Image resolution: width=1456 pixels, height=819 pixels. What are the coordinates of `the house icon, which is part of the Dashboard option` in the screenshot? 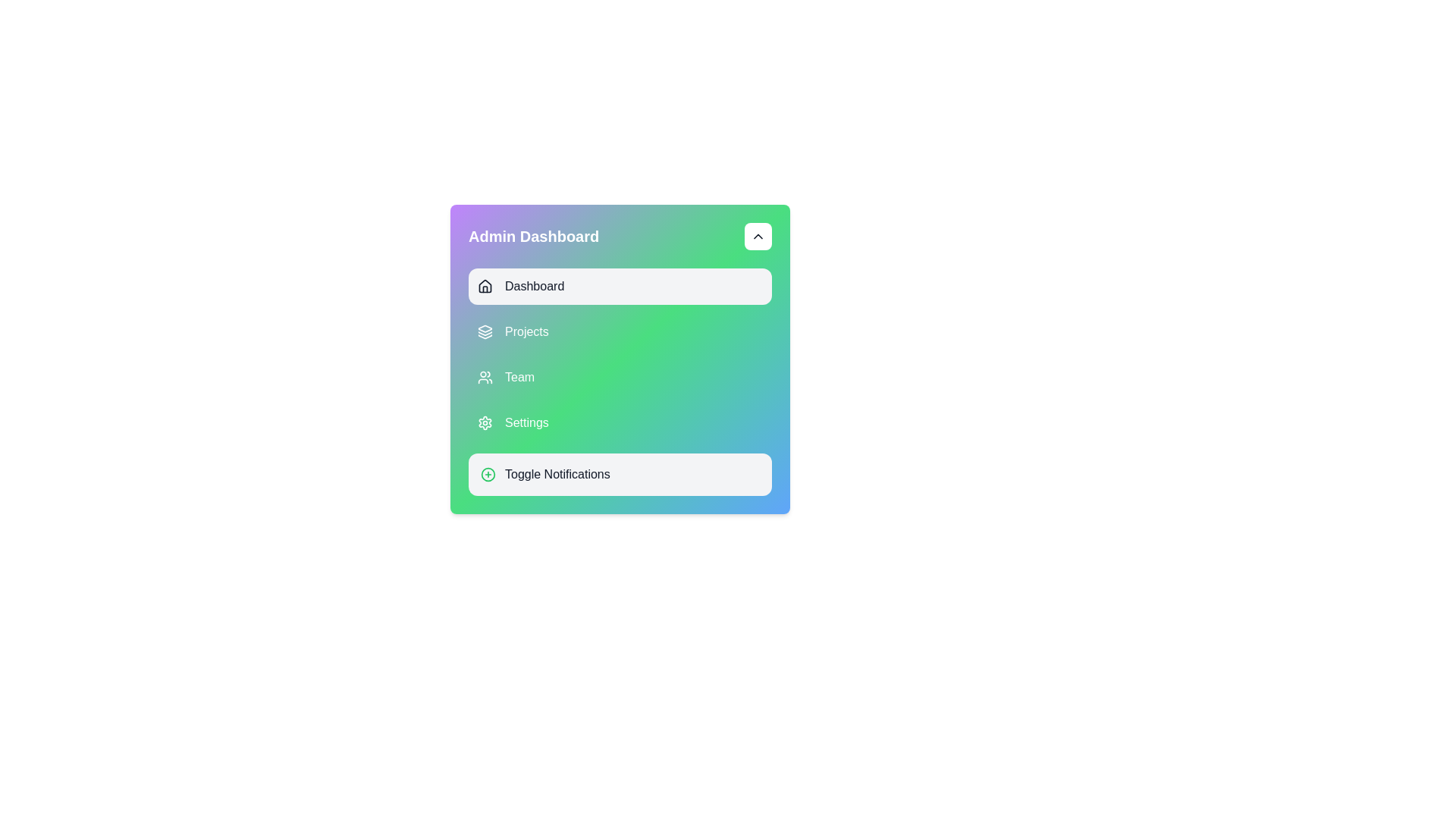 It's located at (484, 286).